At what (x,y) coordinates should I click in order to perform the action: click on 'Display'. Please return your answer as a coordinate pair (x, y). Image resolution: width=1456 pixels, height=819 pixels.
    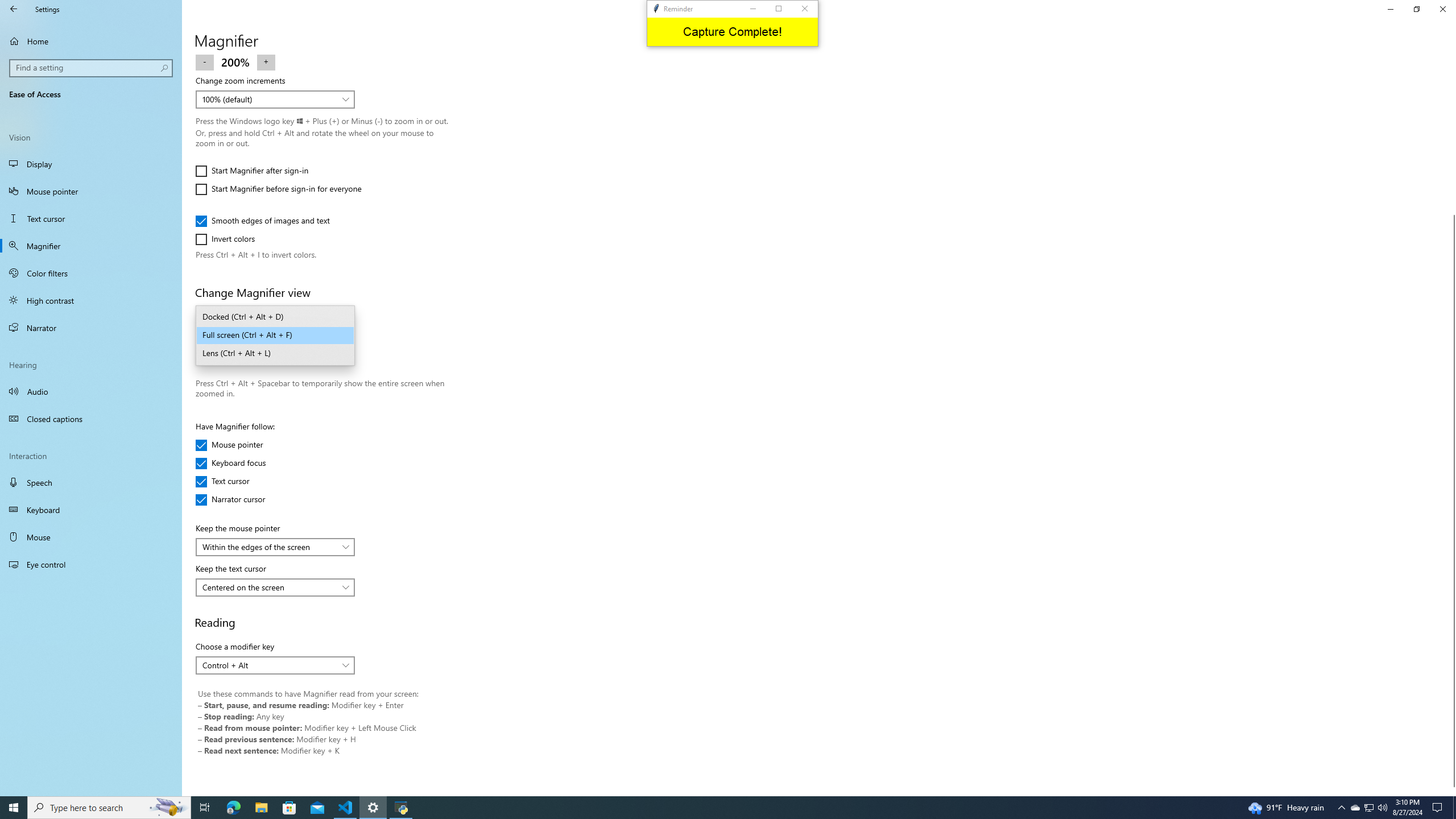
    Looking at the image, I should click on (90, 163).